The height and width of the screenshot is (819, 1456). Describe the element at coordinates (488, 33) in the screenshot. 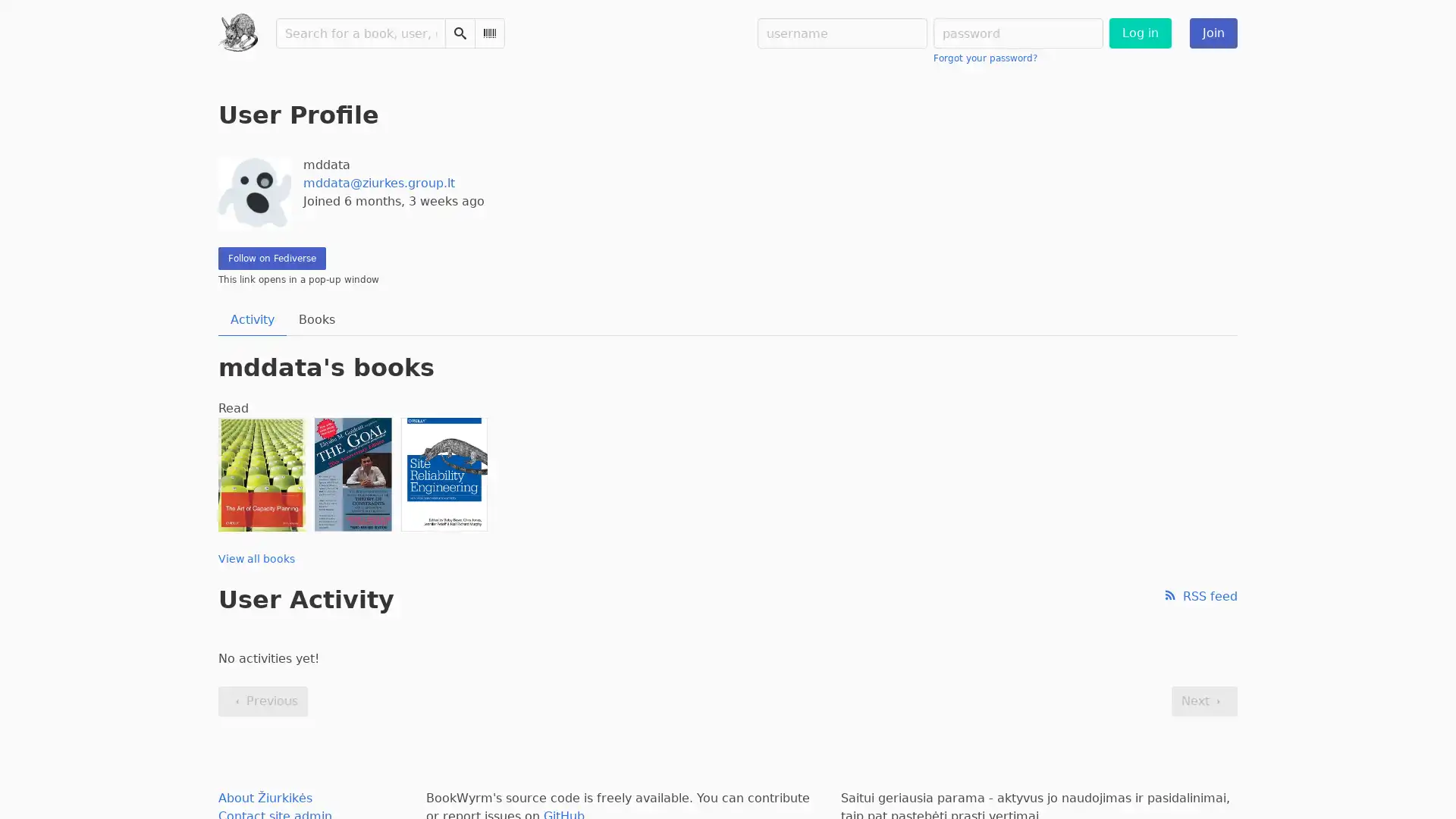

I see `Scan Barcode` at that location.